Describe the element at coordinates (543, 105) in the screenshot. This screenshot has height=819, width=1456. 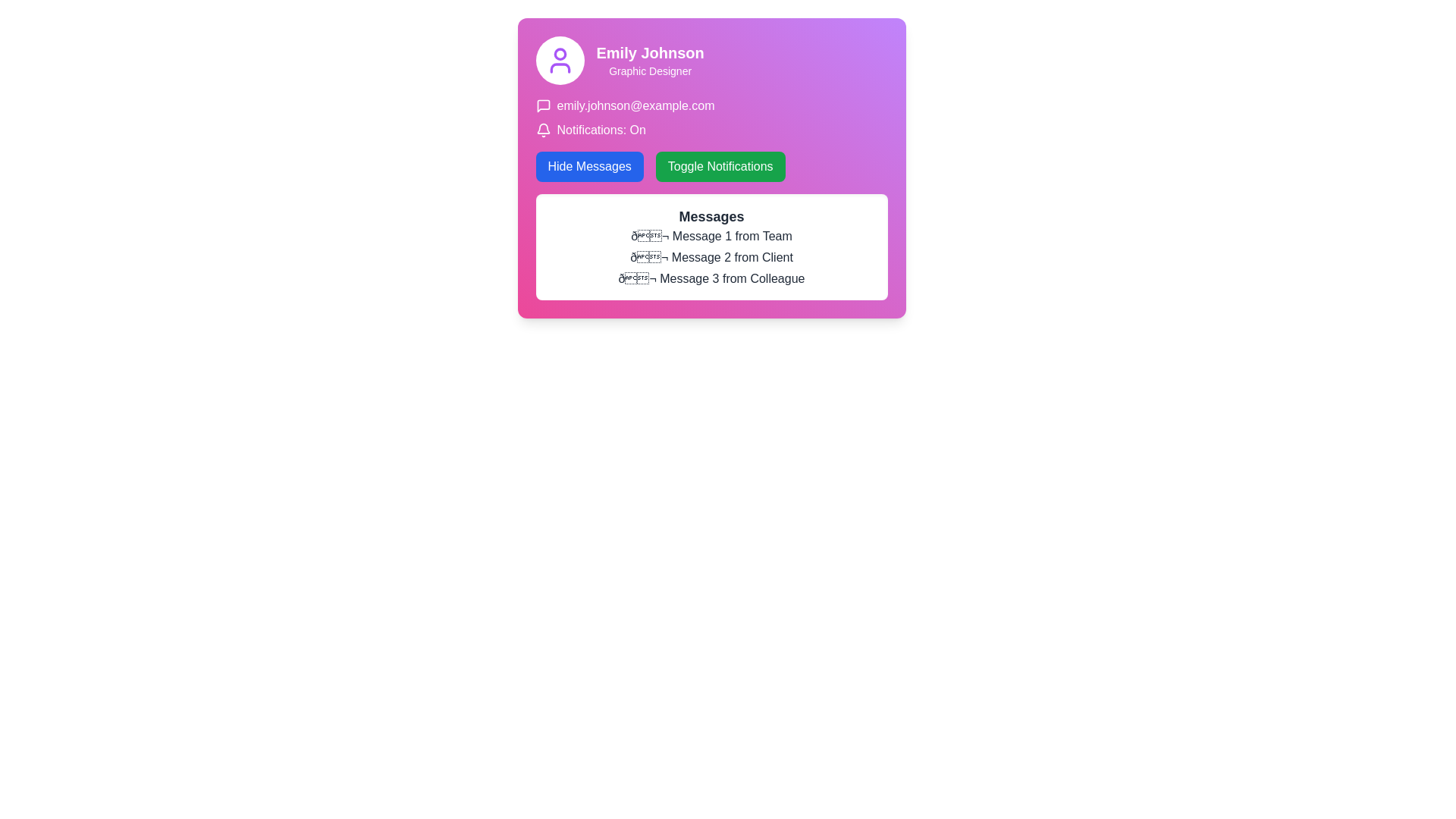
I see `the chat bubble icon located to the left of the email address 'emily.johnson@example.com' in the email display section` at that location.